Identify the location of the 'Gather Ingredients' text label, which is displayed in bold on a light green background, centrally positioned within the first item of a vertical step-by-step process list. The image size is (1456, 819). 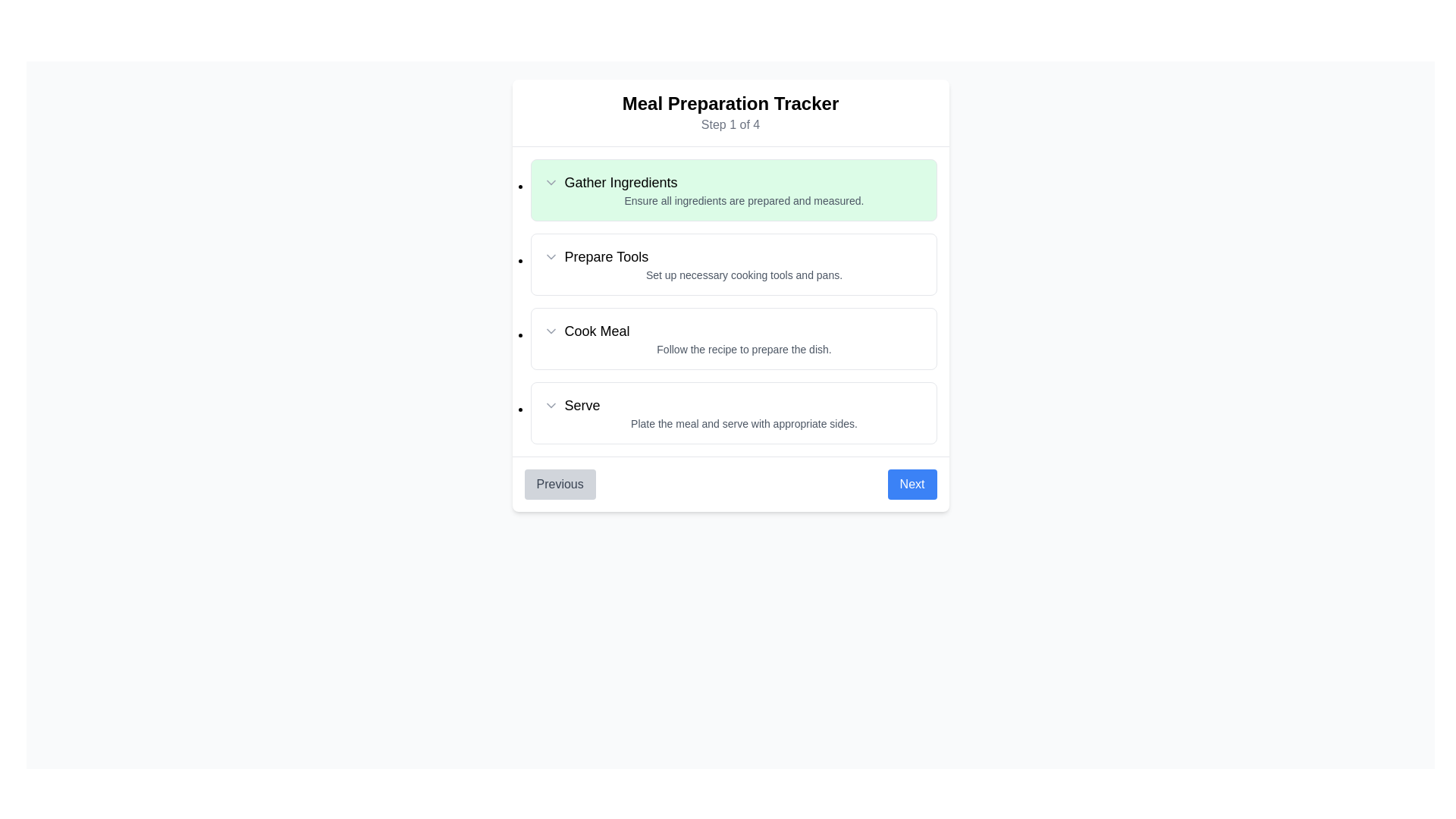
(621, 181).